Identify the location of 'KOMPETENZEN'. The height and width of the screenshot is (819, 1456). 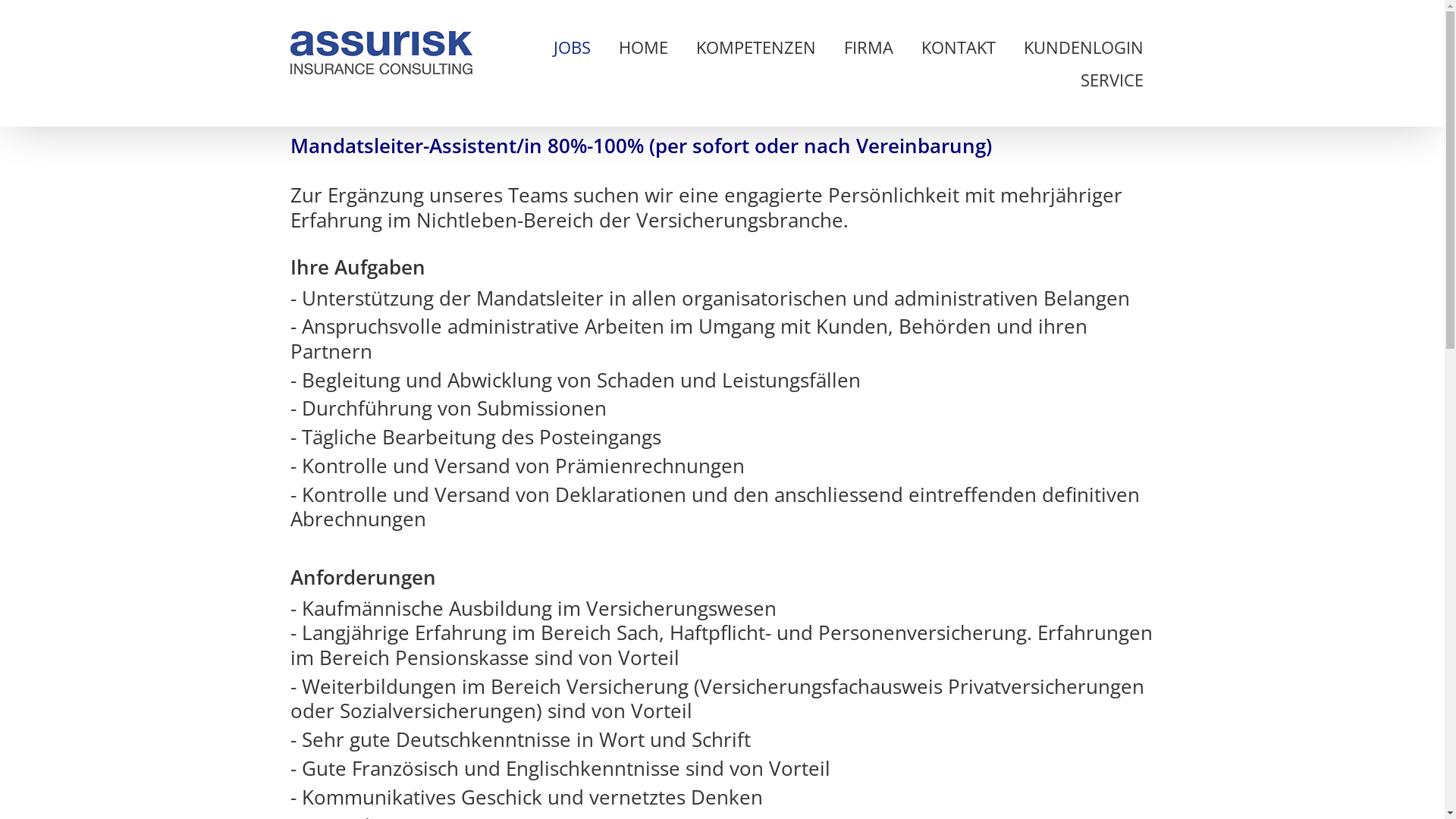
(755, 46).